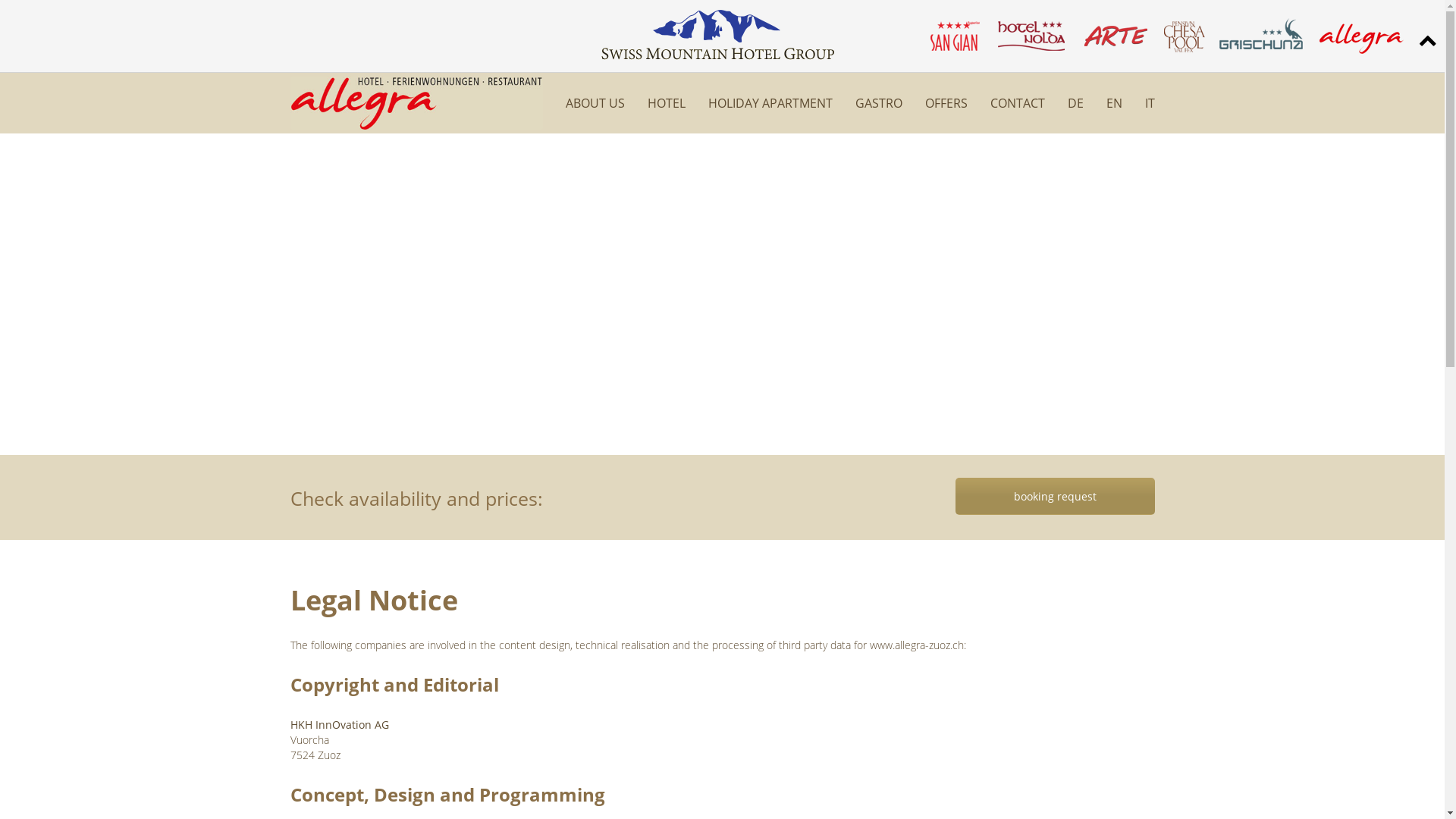 Image resolution: width=1456 pixels, height=819 pixels. I want to click on 'IT', so click(1150, 102).